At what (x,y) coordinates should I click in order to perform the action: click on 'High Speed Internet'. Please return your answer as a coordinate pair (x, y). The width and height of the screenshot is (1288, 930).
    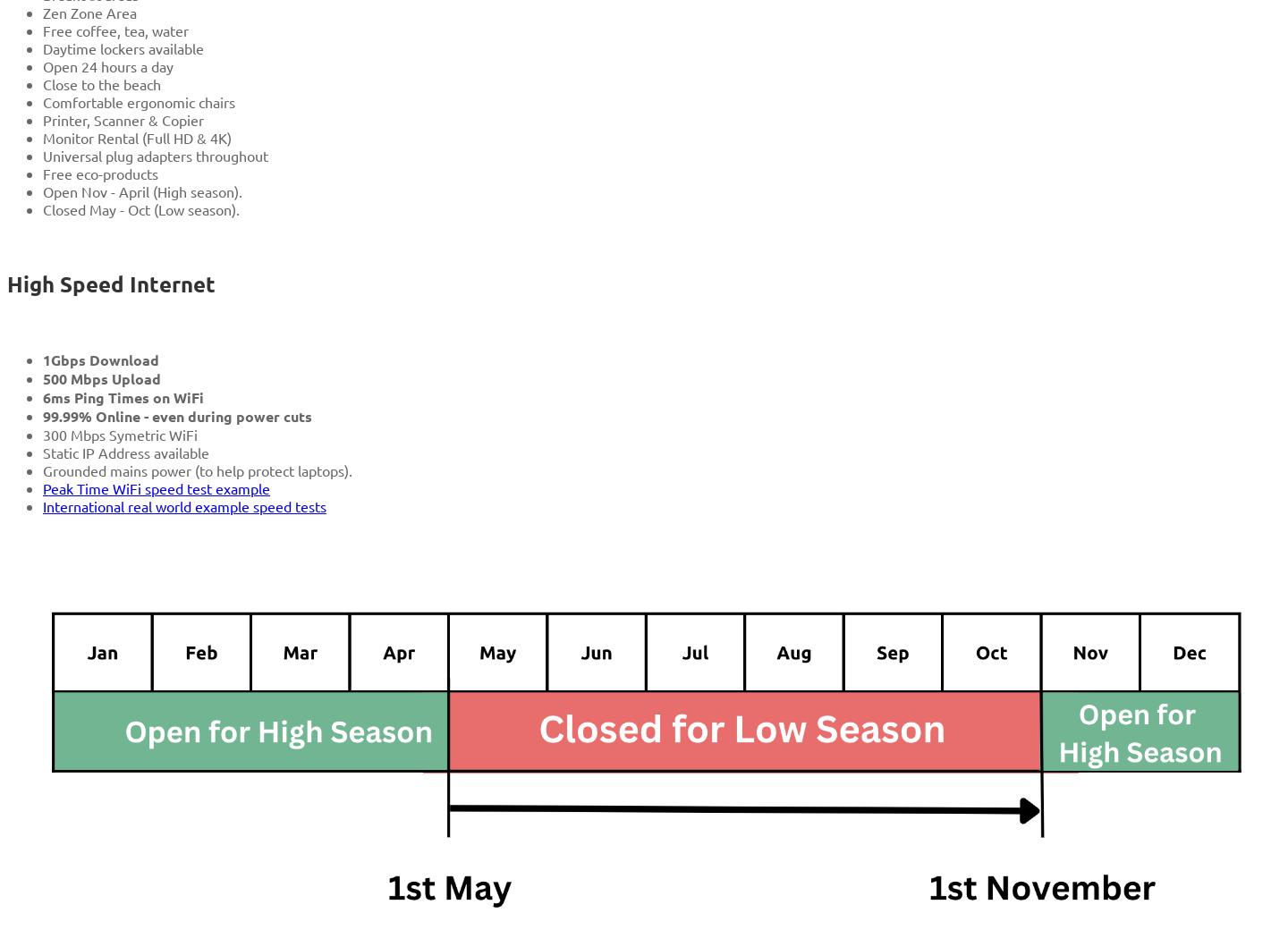
    Looking at the image, I should click on (6, 283).